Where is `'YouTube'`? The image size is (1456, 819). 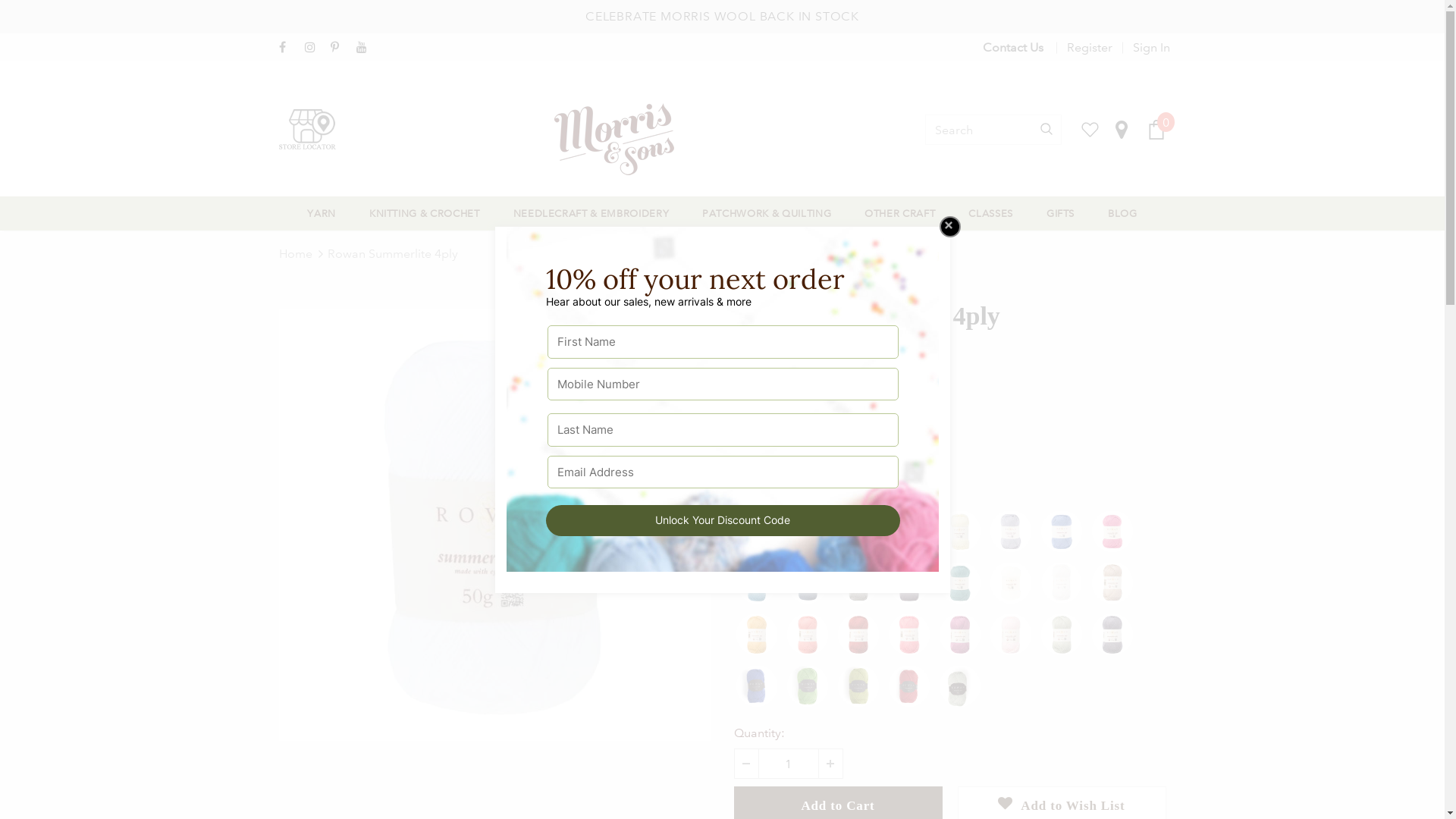
'YouTube' is located at coordinates (366, 47).